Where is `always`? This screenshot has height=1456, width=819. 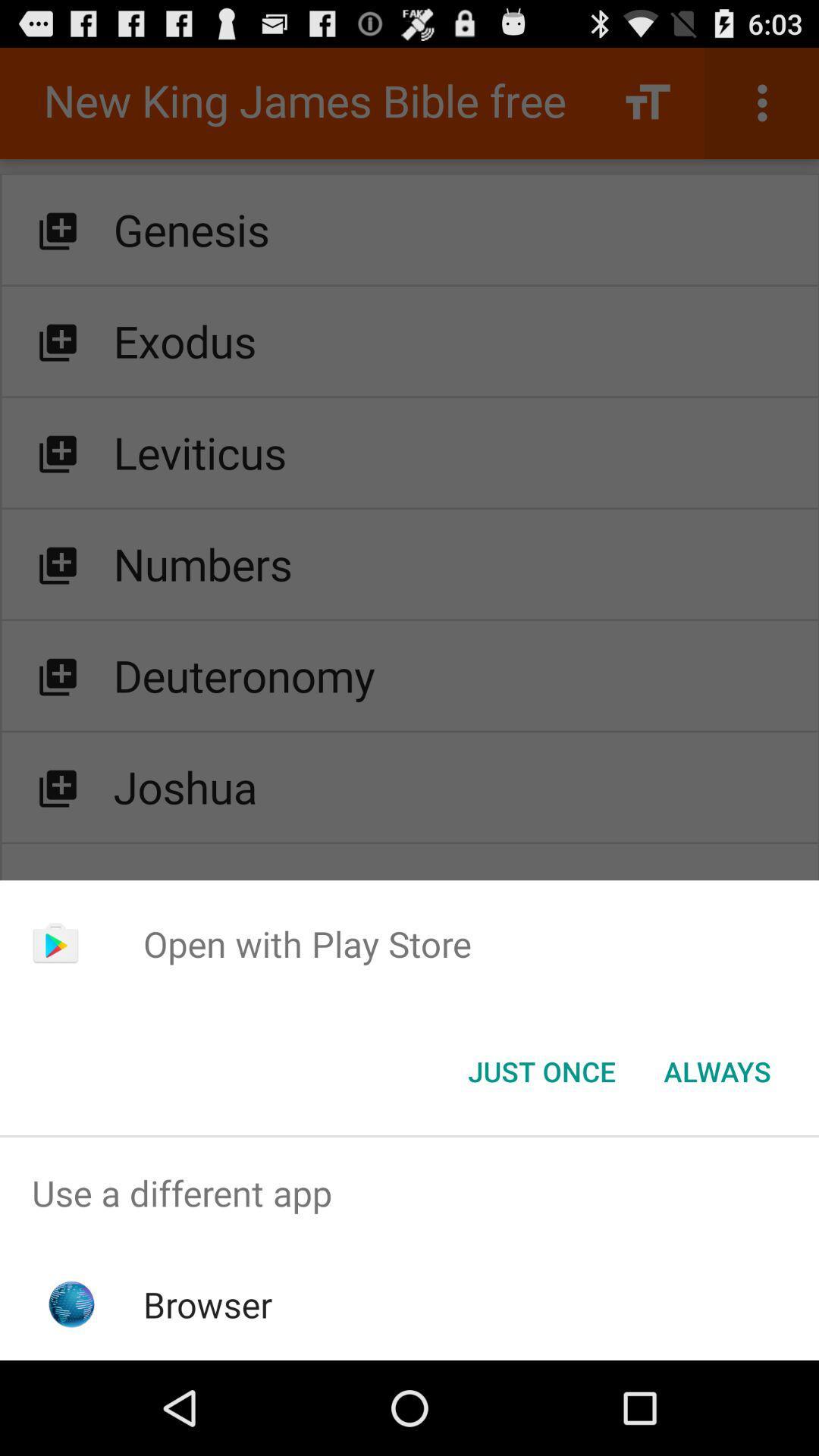 always is located at coordinates (717, 1070).